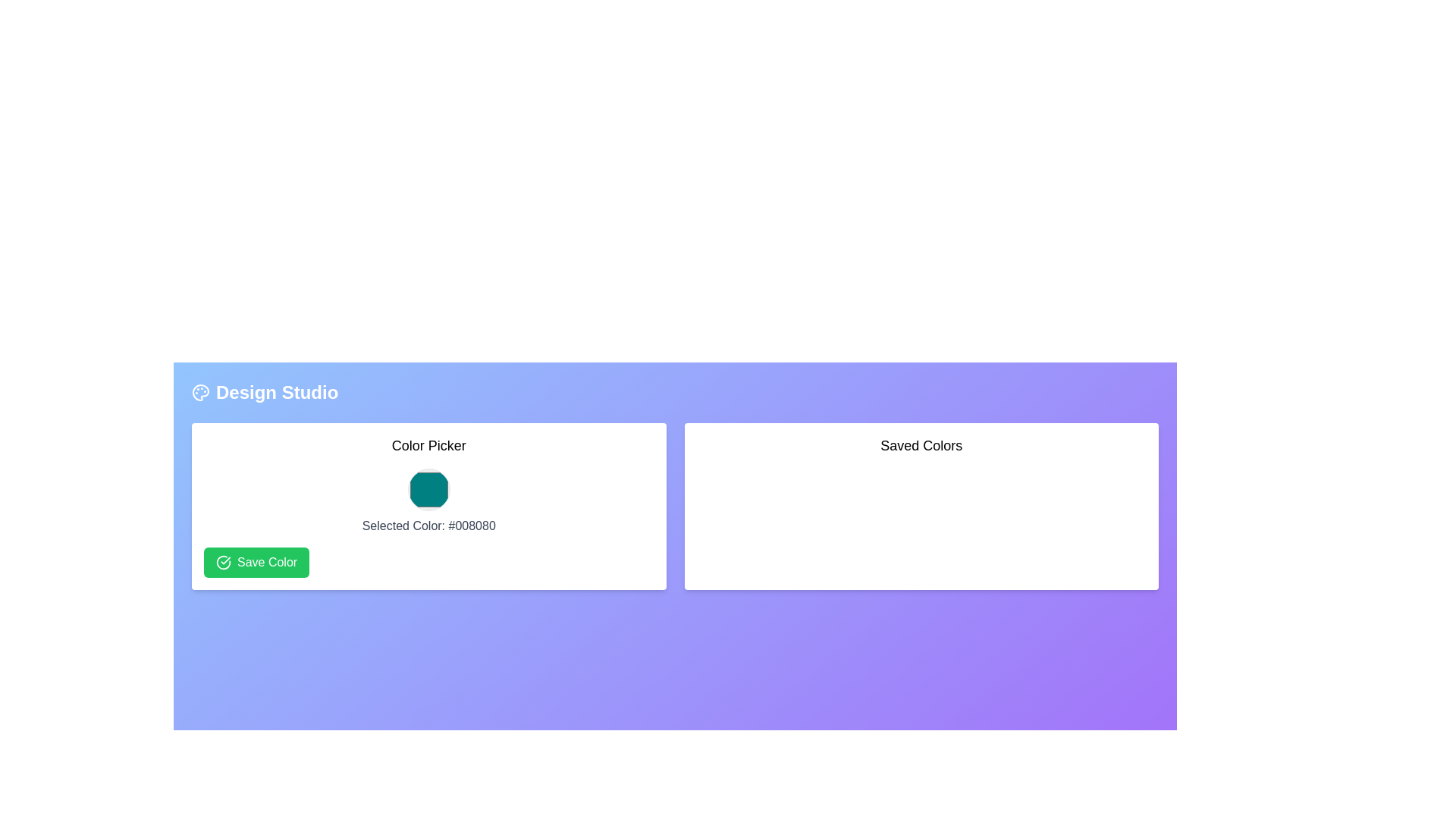 The width and height of the screenshot is (1456, 819). Describe the element at coordinates (428, 506) in the screenshot. I see `the color circle in the left column of the color selection interface` at that location.